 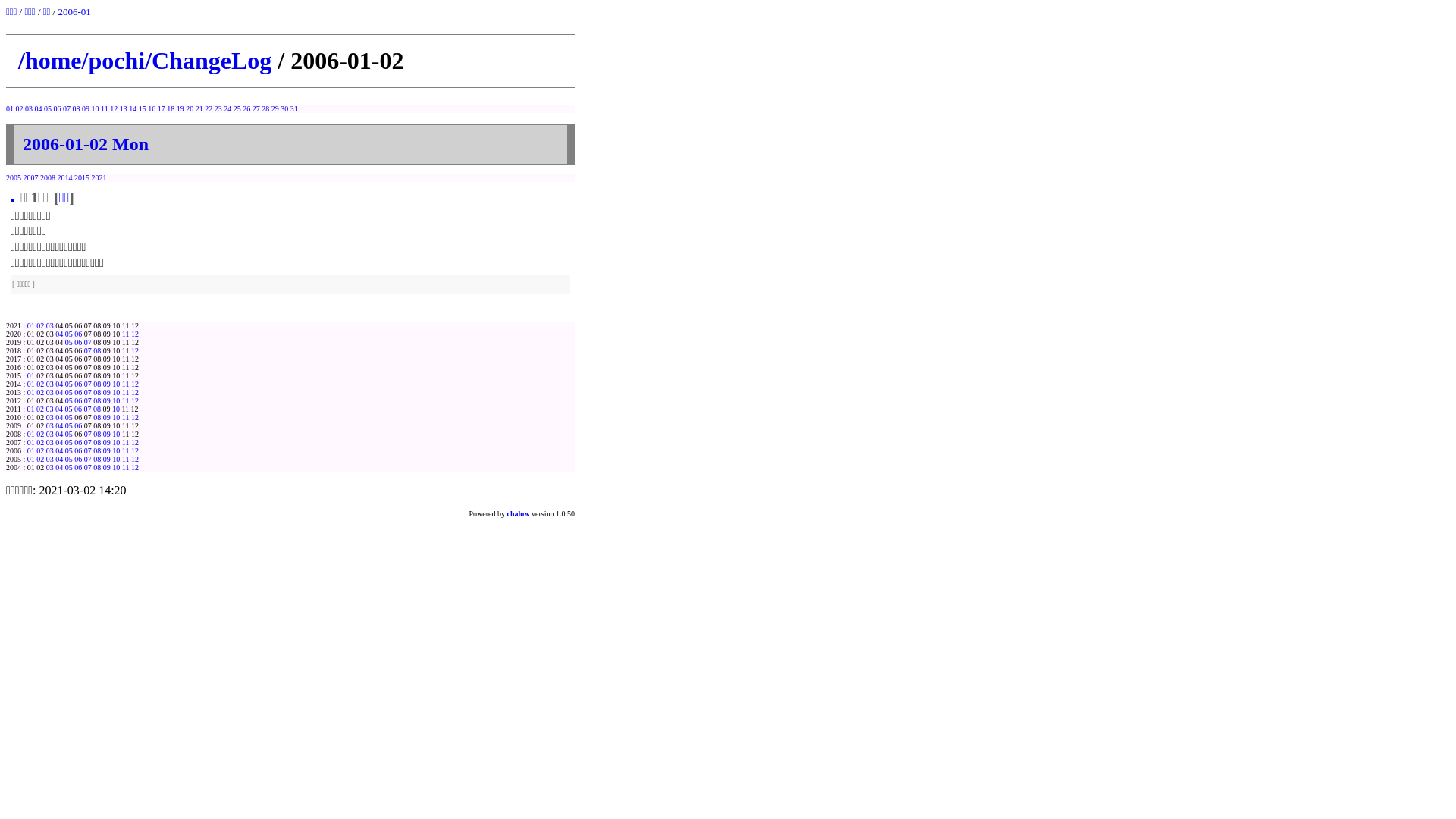 What do you see at coordinates (77, 442) in the screenshot?
I see `'06'` at bounding box center [77, 442].